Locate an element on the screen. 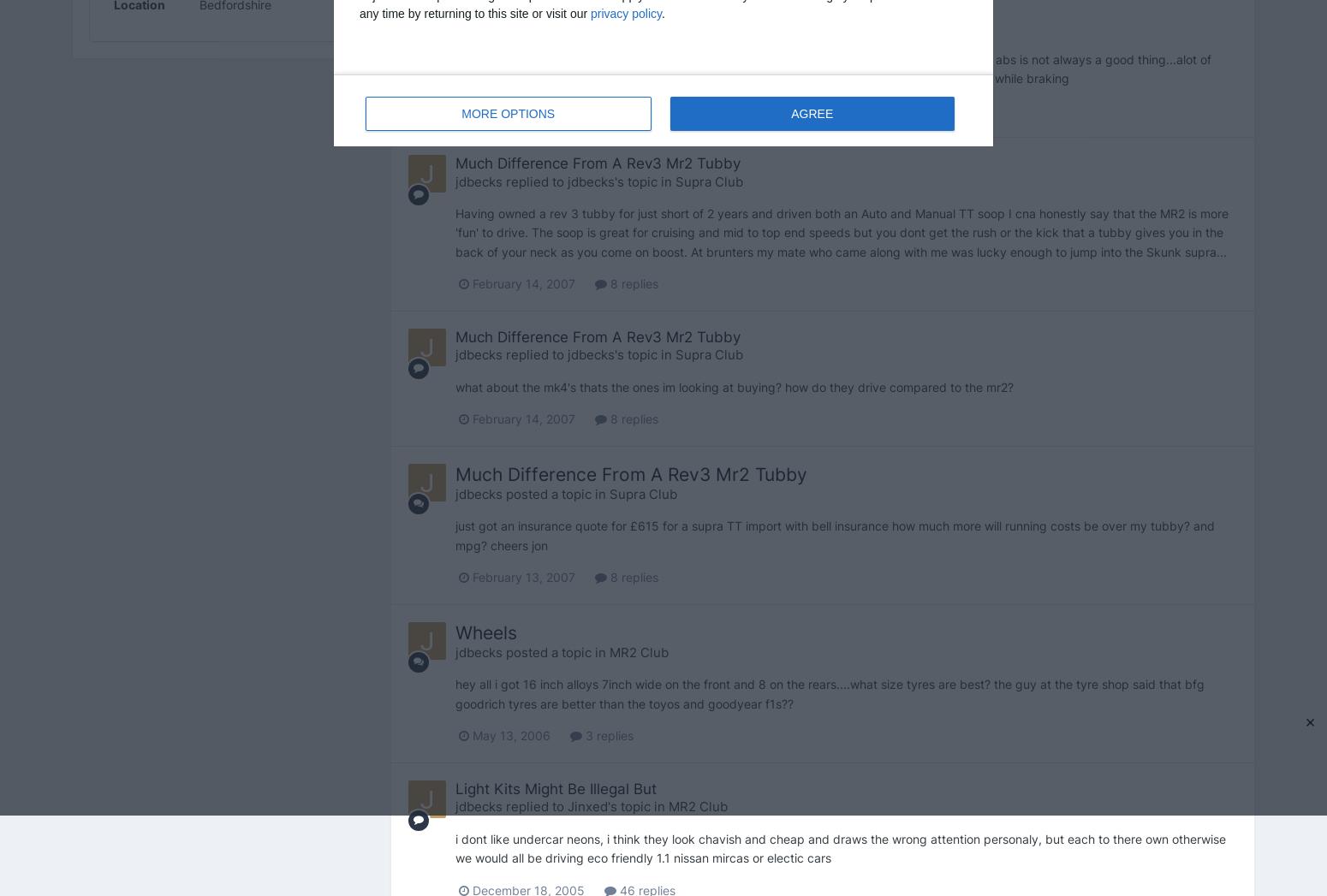 The height and width of the screenshot is (896, 1327). 'May 13, 2006' is located at coordinates (510, 734).